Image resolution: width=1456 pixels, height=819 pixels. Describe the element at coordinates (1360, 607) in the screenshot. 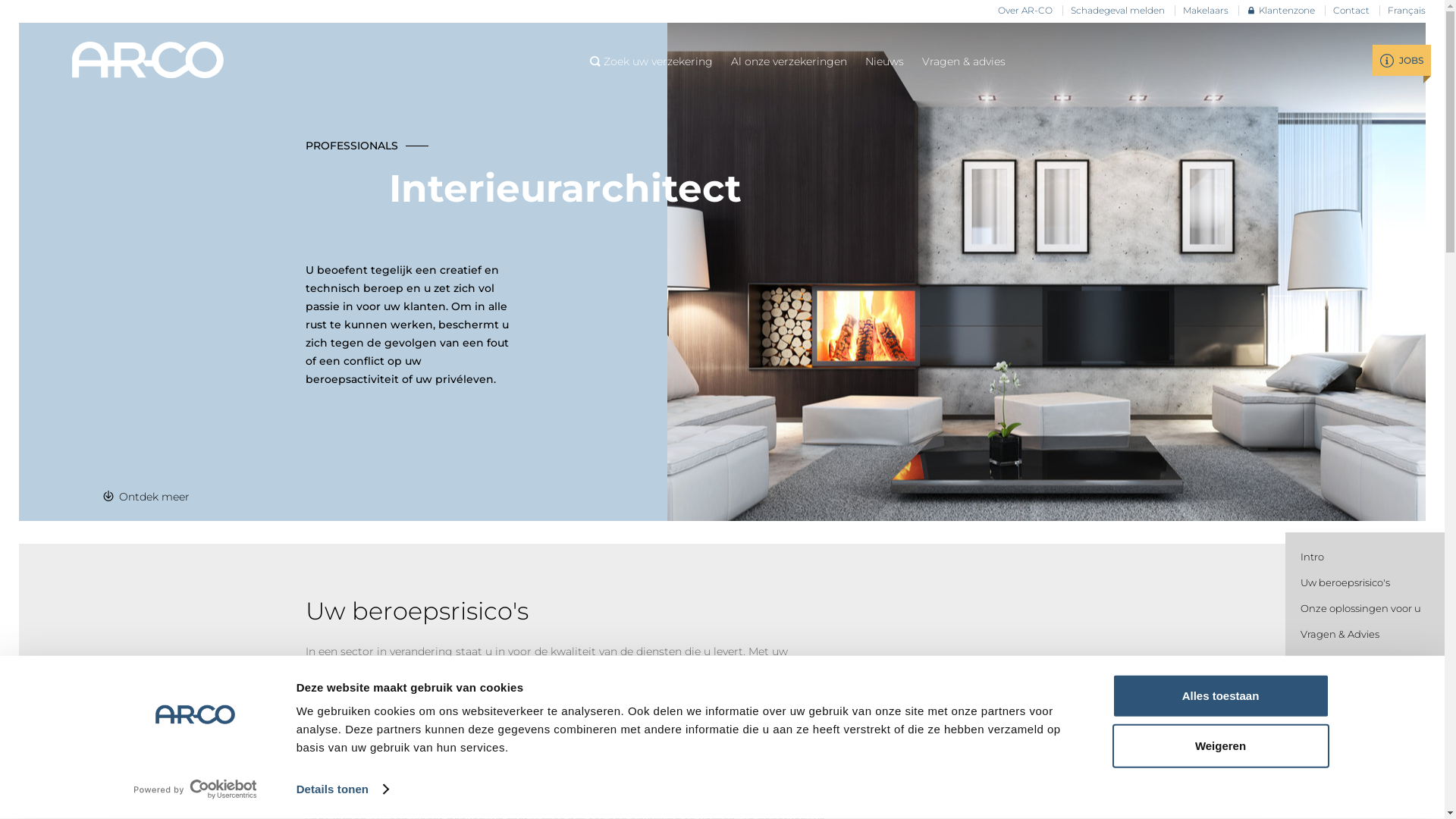

I see `'Onze oplossingen voor u'` at that location.